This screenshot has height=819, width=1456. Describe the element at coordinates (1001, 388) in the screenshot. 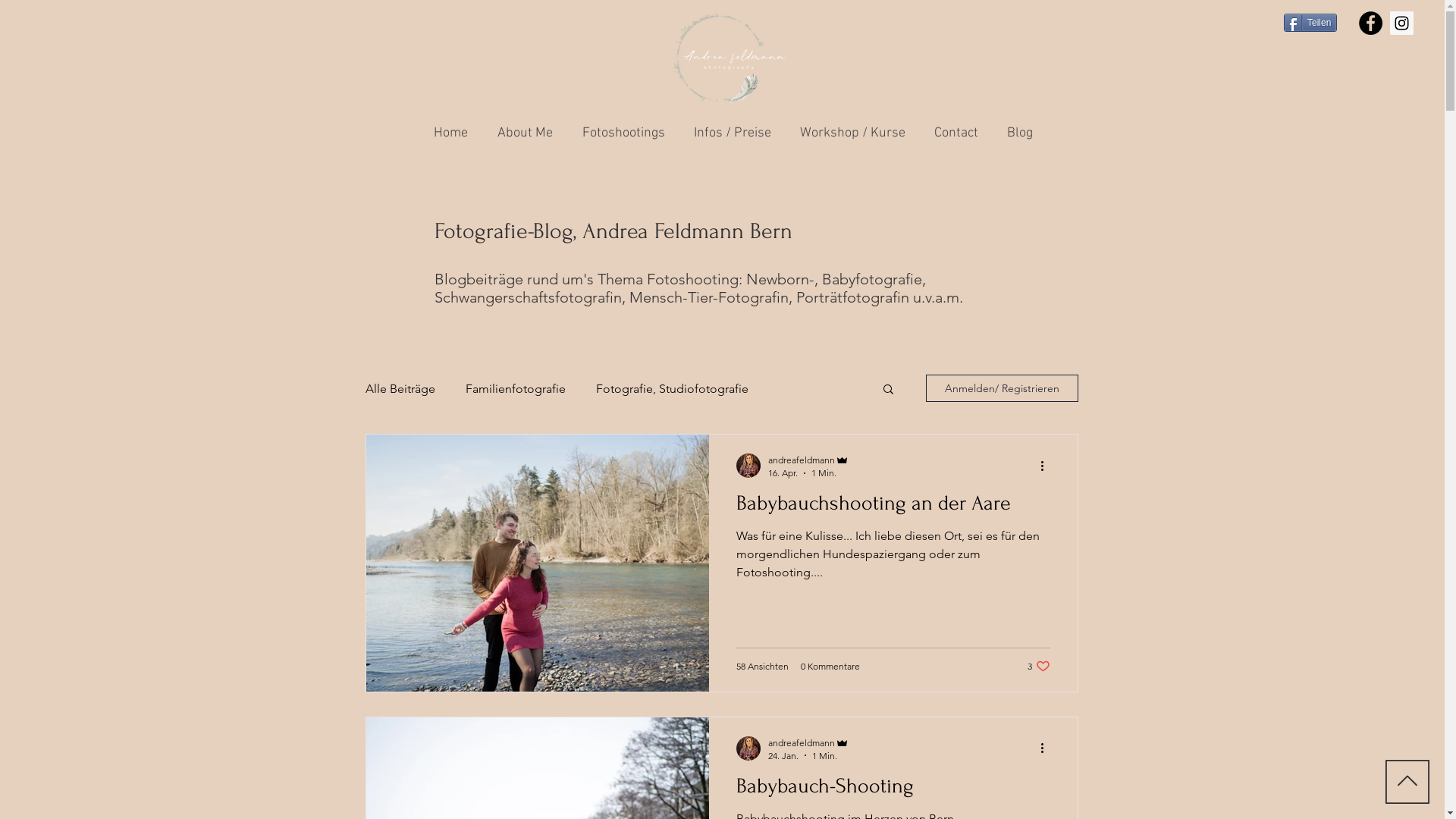

I see `'Anmelden/ Registrieren'` at that location.